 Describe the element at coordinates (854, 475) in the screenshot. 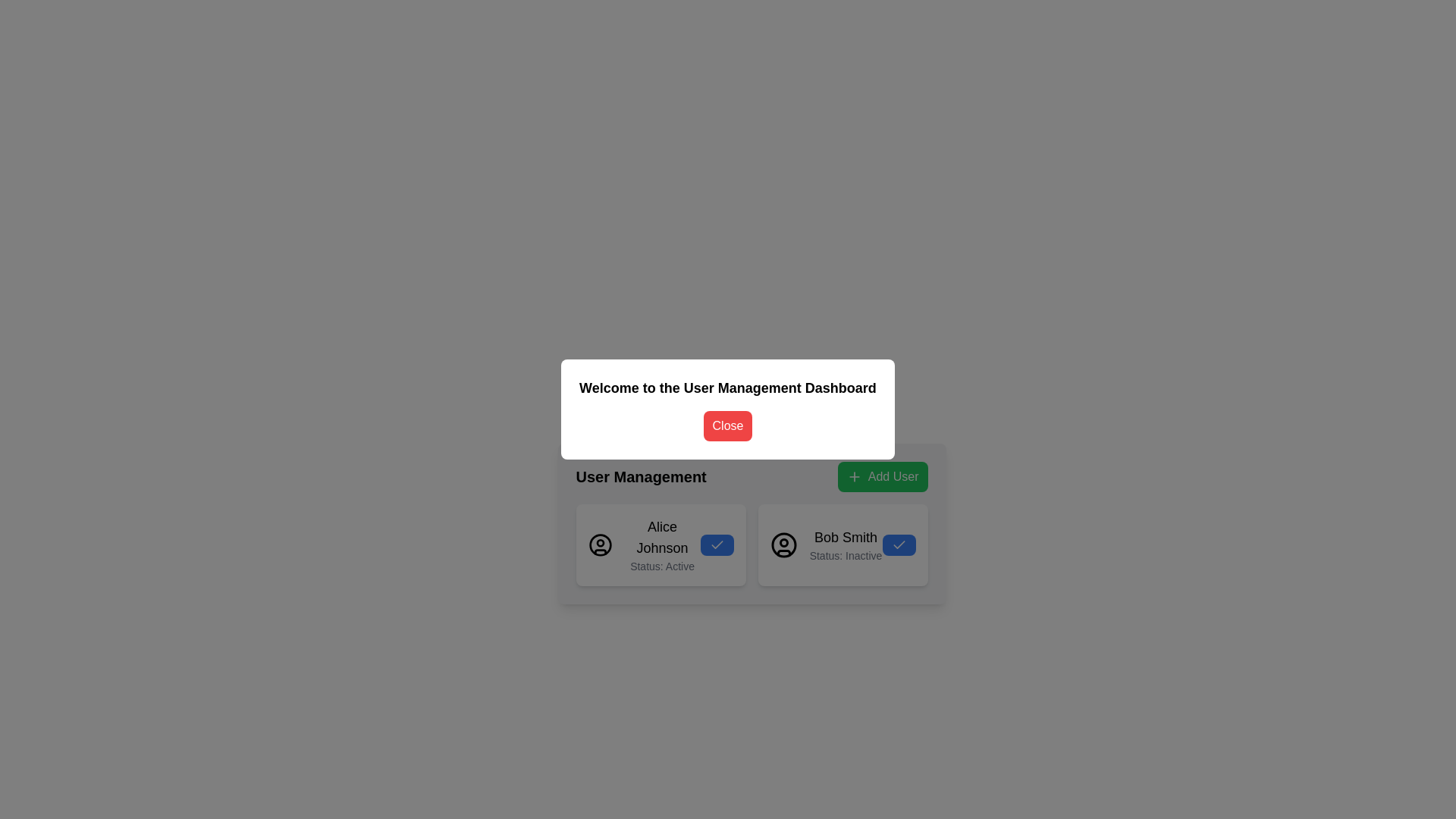

I see `the plus sign icon within the 'Add User' button located in the top-right corner of the user management section to initiate the action of adding a new user` at that location.